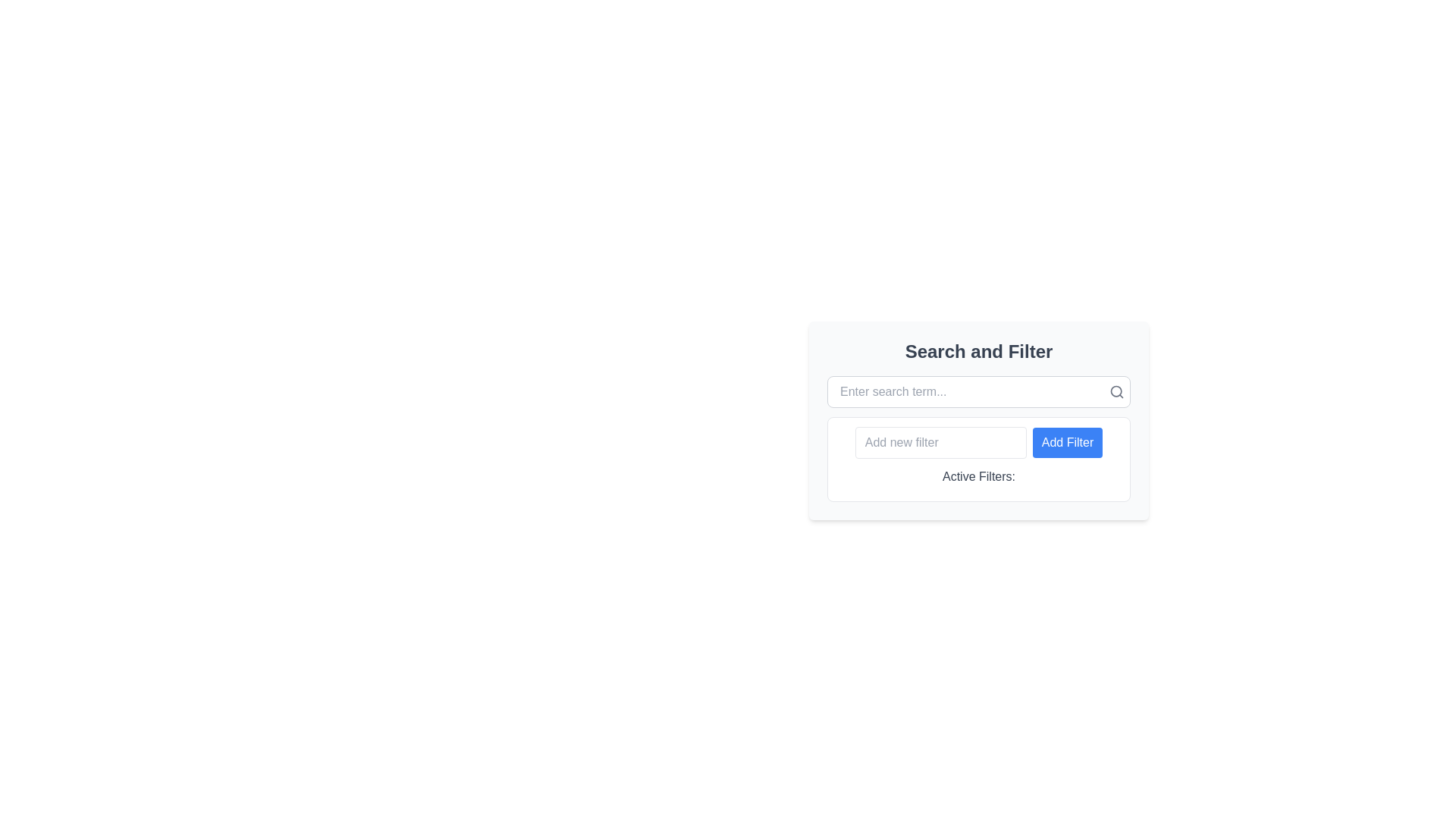 The height and width of the screenshot is (819, 1456). Describe the element at coordinates (1116, 391) in the screenshot. I see `the circular part of the magnifying glass icon located at the right-hand side of the search bar, next to the 'Enter search term...' input field` at that location.